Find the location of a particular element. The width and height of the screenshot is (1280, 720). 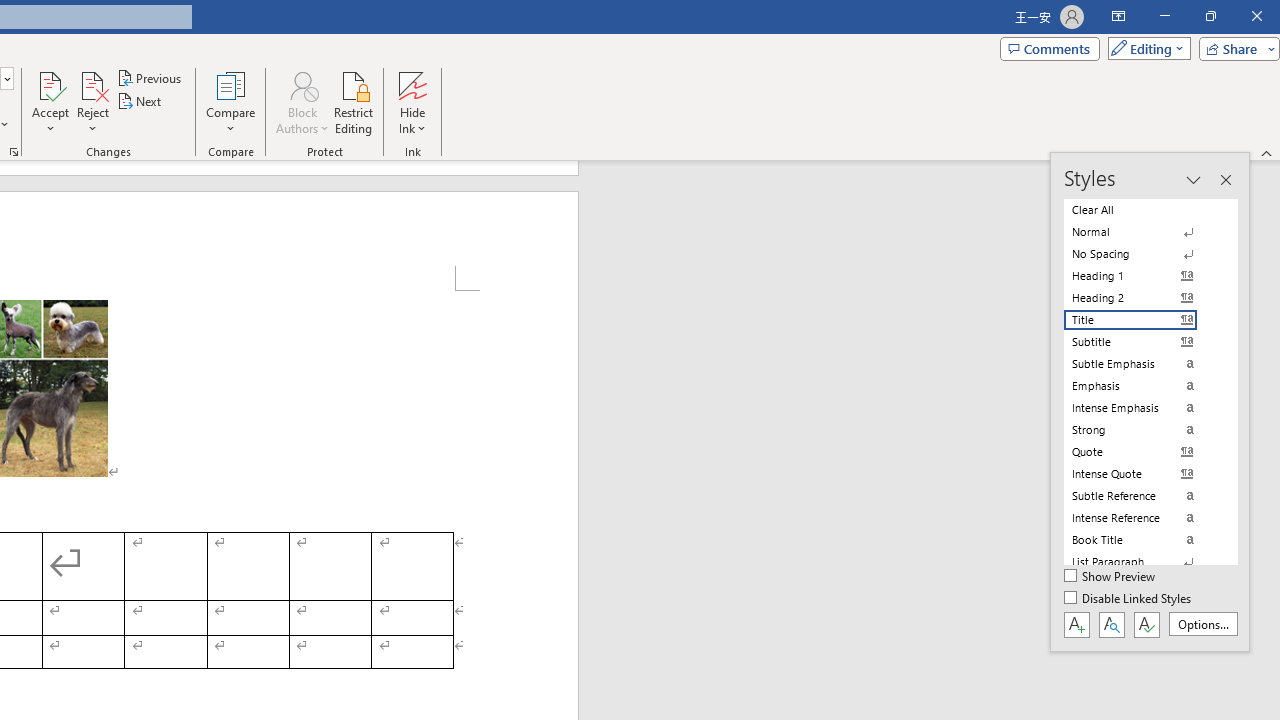

'Clear All' is located at coordinates (1142, 209).